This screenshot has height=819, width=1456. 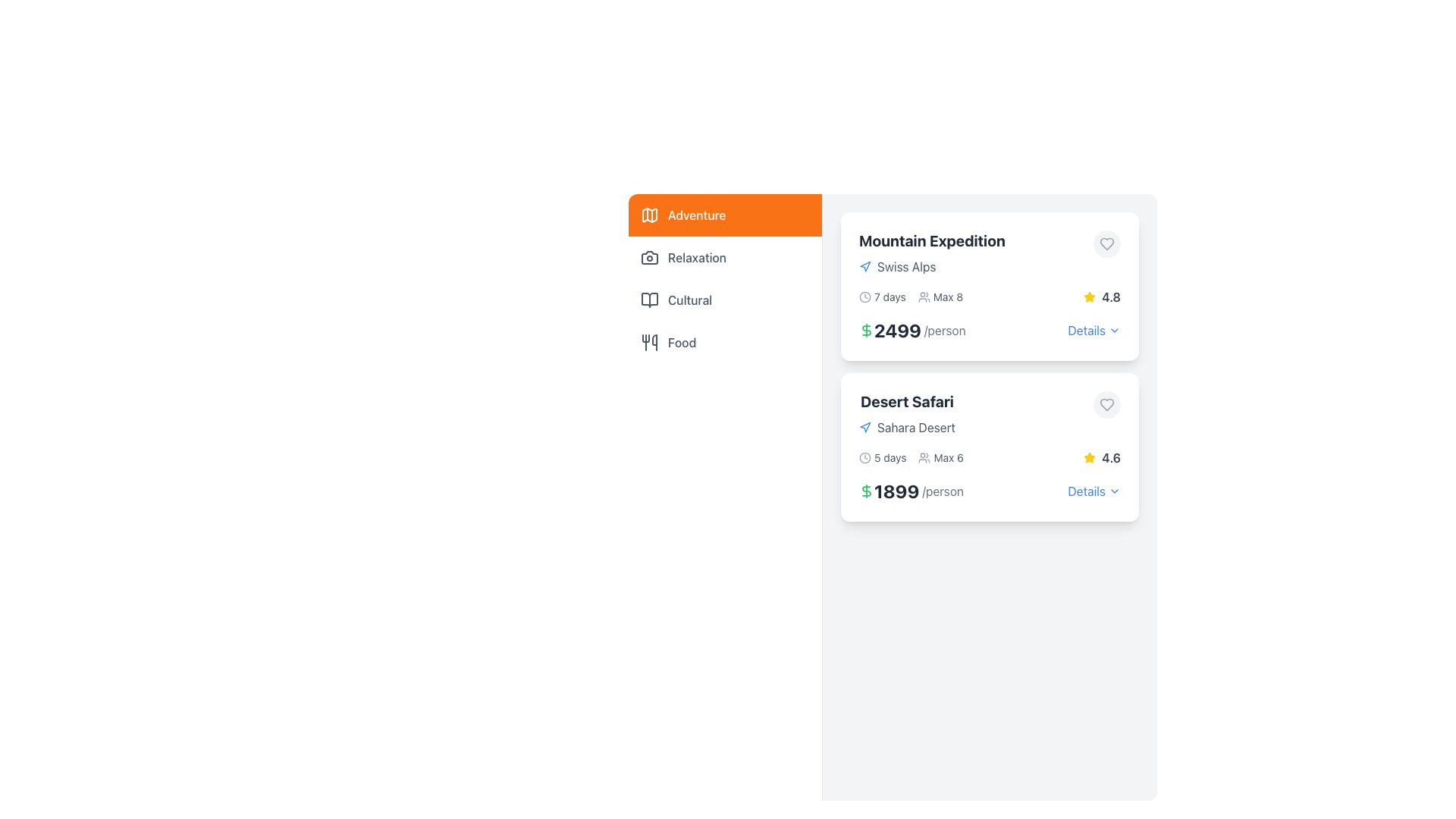 What do you see at coordinates (882, 297) in the screenshot?
I see `the informational label displaying a clock icon and the text '7 days' located in the upper-left section of the 'Mountain Expedition' card` at bounding box center [882, 297].